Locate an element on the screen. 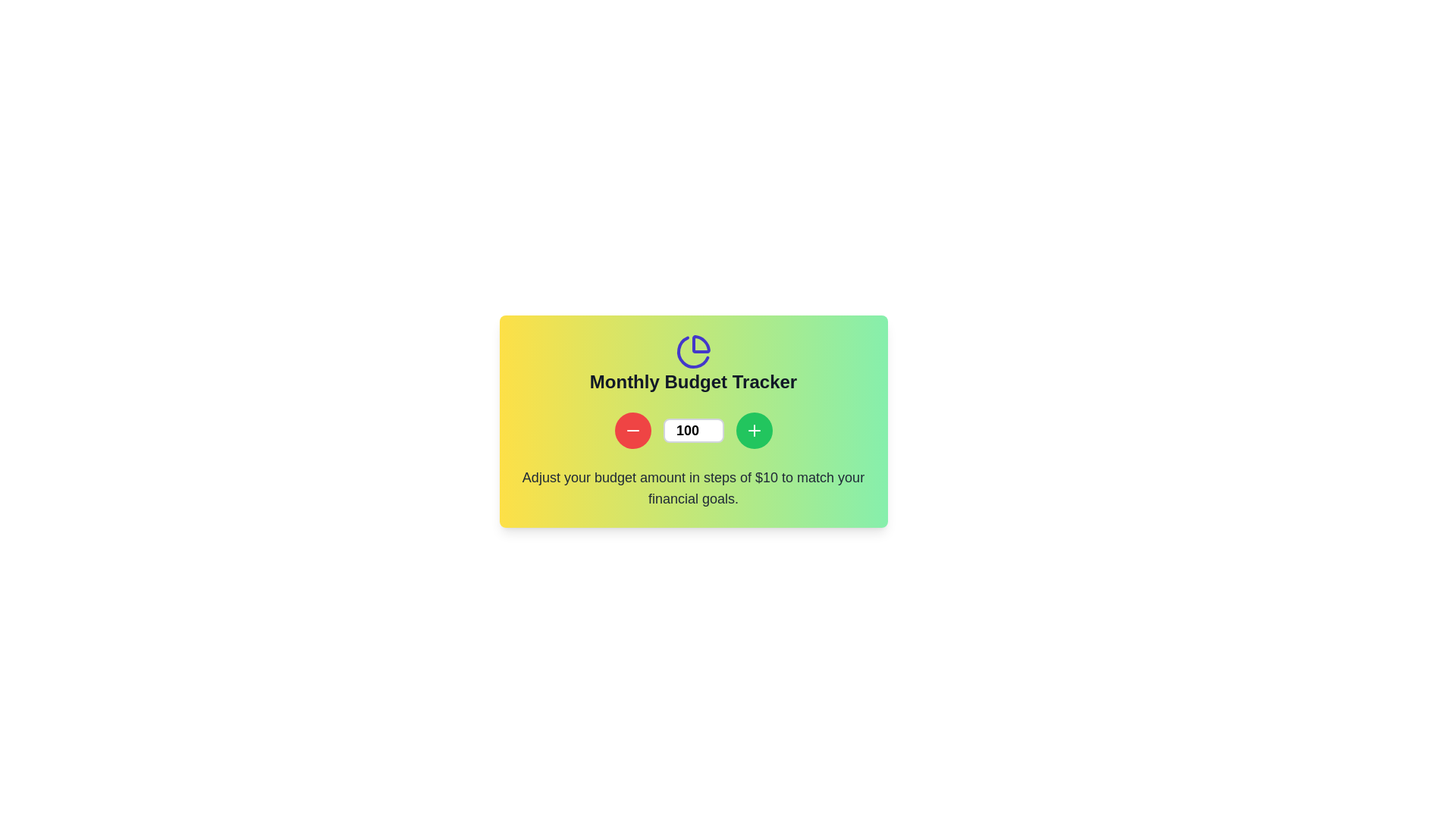 The width and height of the screenshot is (1456, 819). the green circular button with a plus icon to increment the value displayed in the adjacent input box is located at coordinates (754, 430).